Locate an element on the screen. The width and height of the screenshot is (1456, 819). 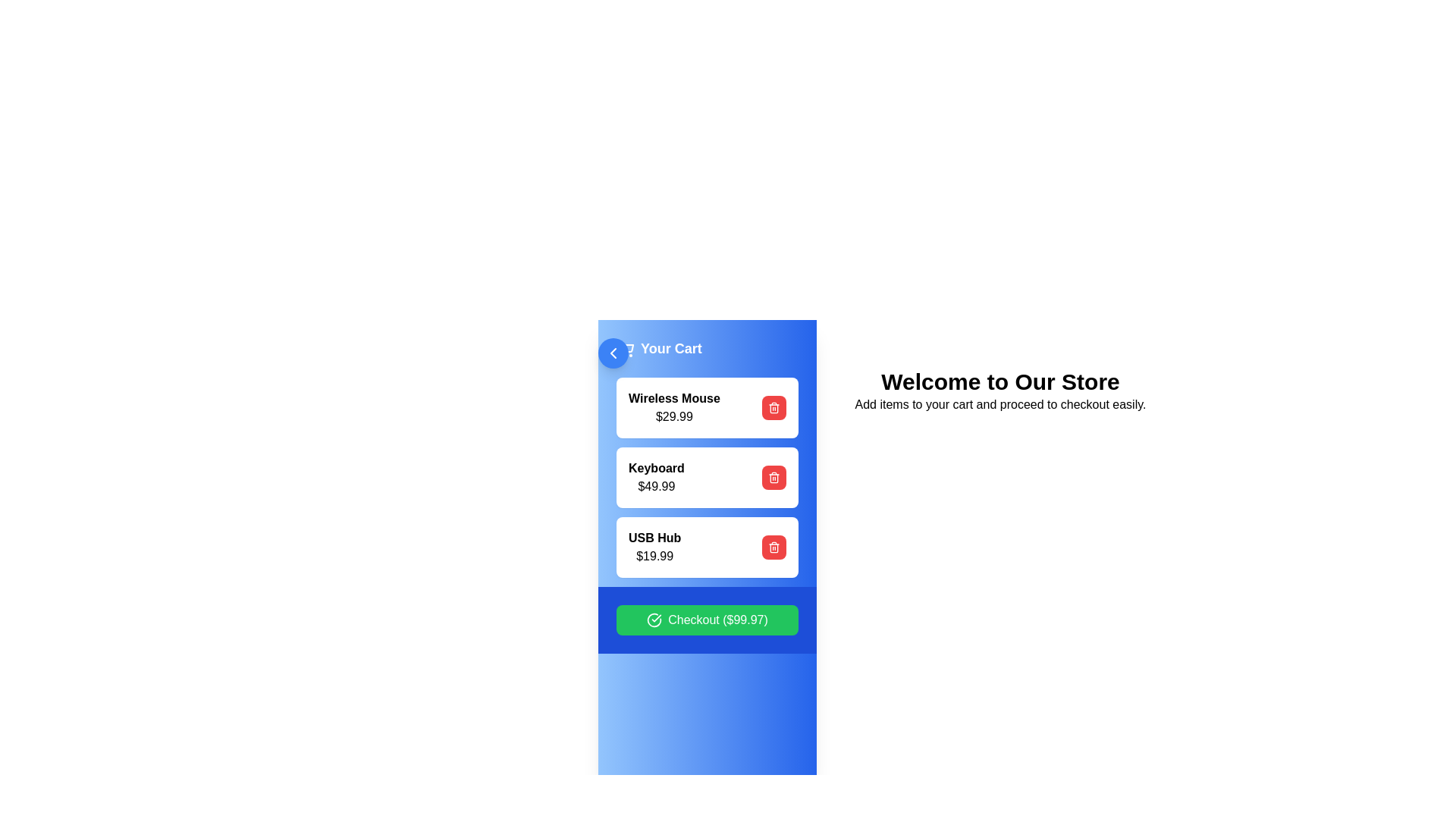
the instructional text element that provides guidance on adding items to the cart and proceeding to checkout, located below the 'Welcome to Our Store' text is located at coordinates (1000, 403).